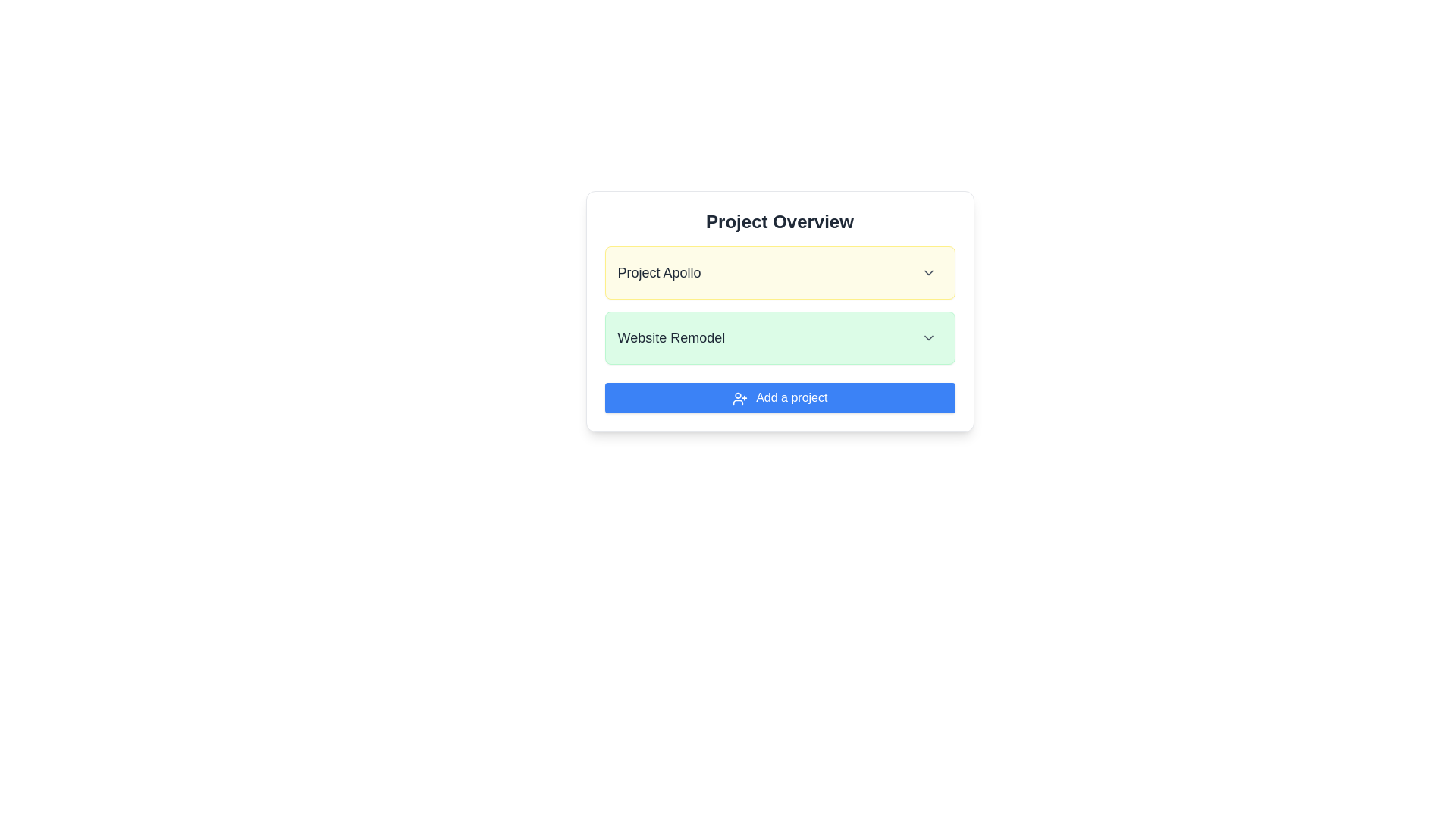 This screenshot has height=819, width=1456. Describe the element at coordinates (927, 337) in the screenshot. I see `the dropdown indicator icon located inside the 'Website Remodel' box, which features a downward-pointing chevron and is positioned to the far right within the dropdown menu` at that location.